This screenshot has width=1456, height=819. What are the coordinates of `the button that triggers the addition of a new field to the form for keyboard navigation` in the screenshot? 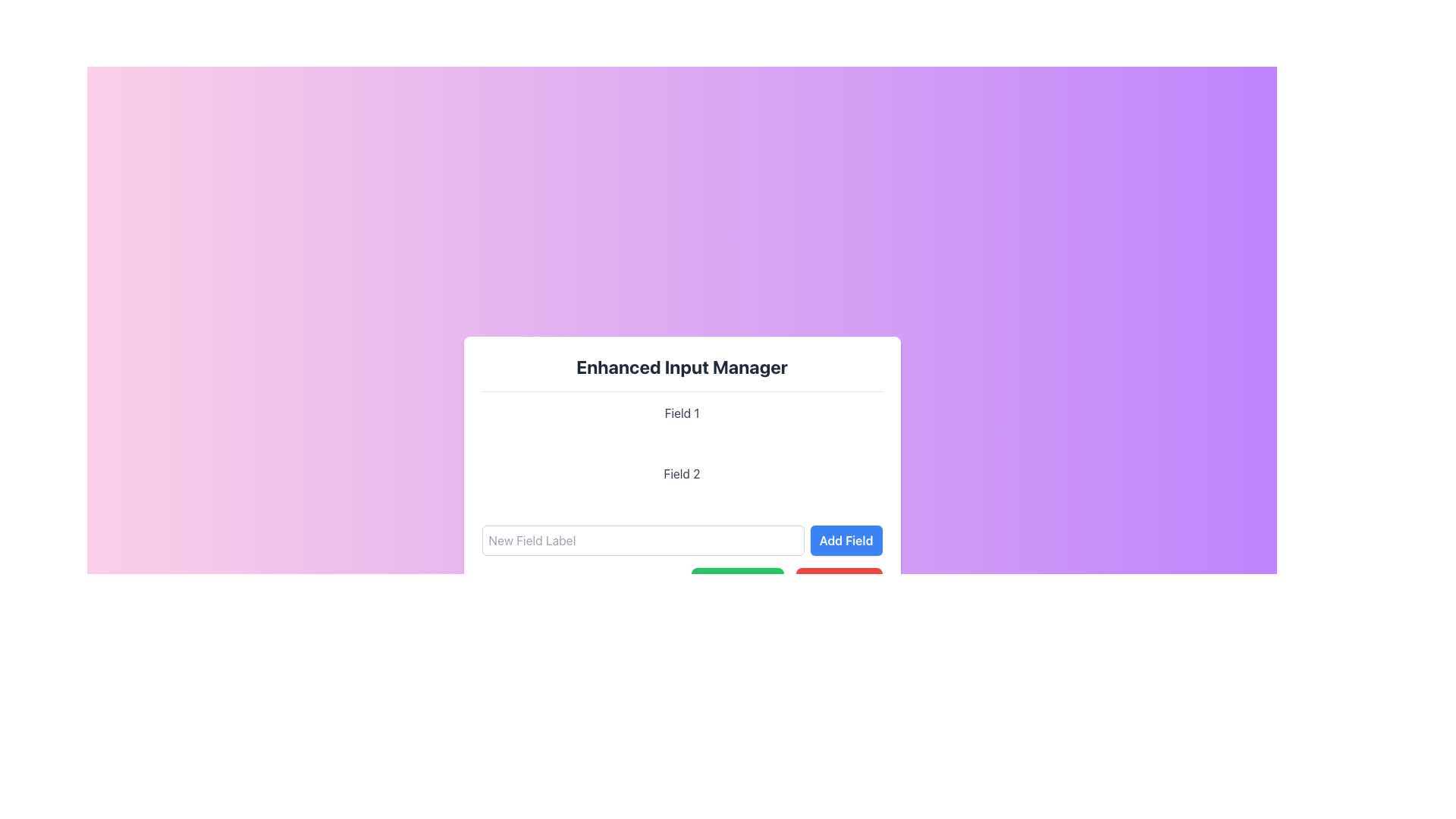 It's located at (846, 539).